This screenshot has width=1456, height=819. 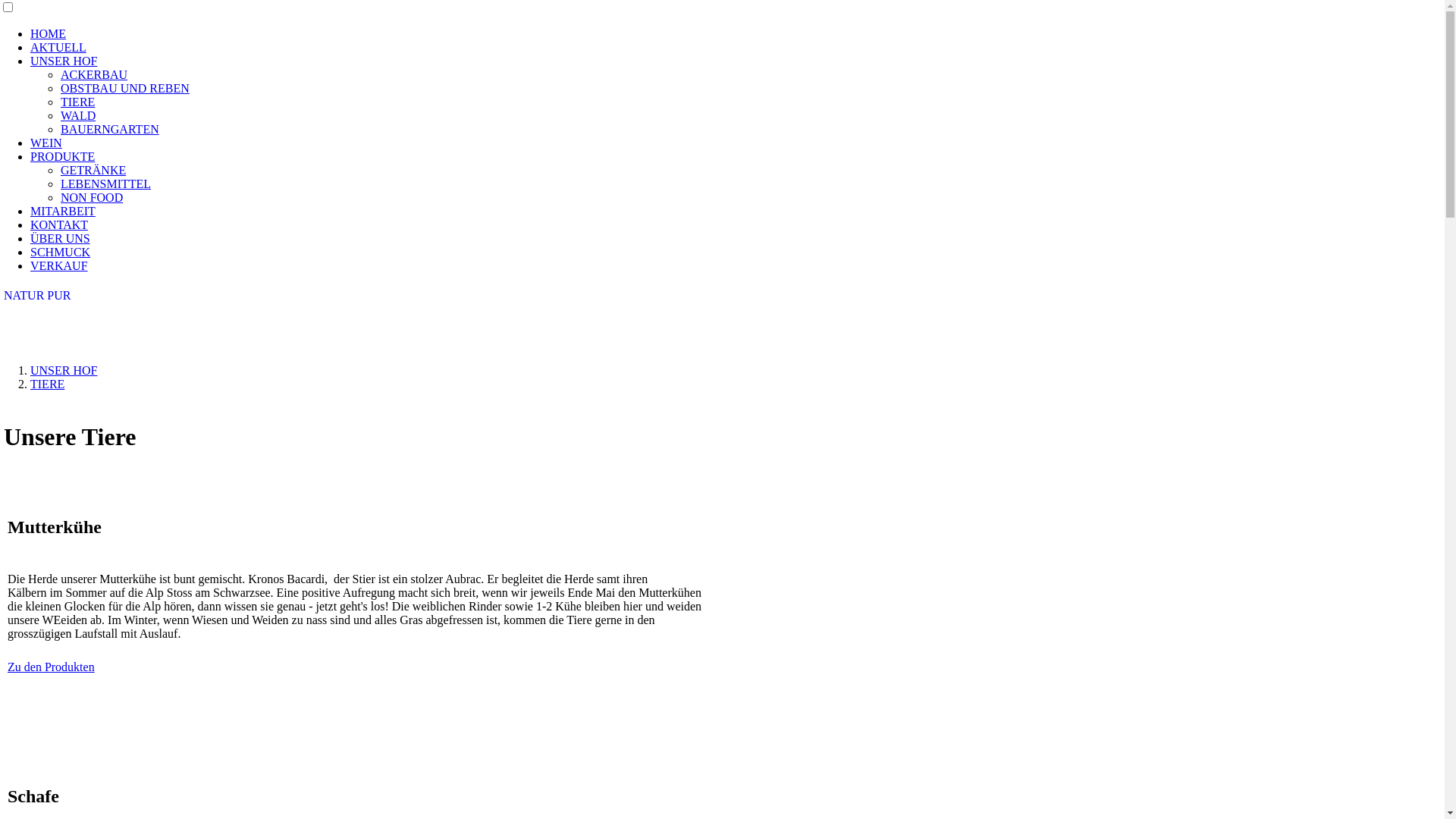 I want to click on 'MITARBEIT', so click(x=30, y=211).